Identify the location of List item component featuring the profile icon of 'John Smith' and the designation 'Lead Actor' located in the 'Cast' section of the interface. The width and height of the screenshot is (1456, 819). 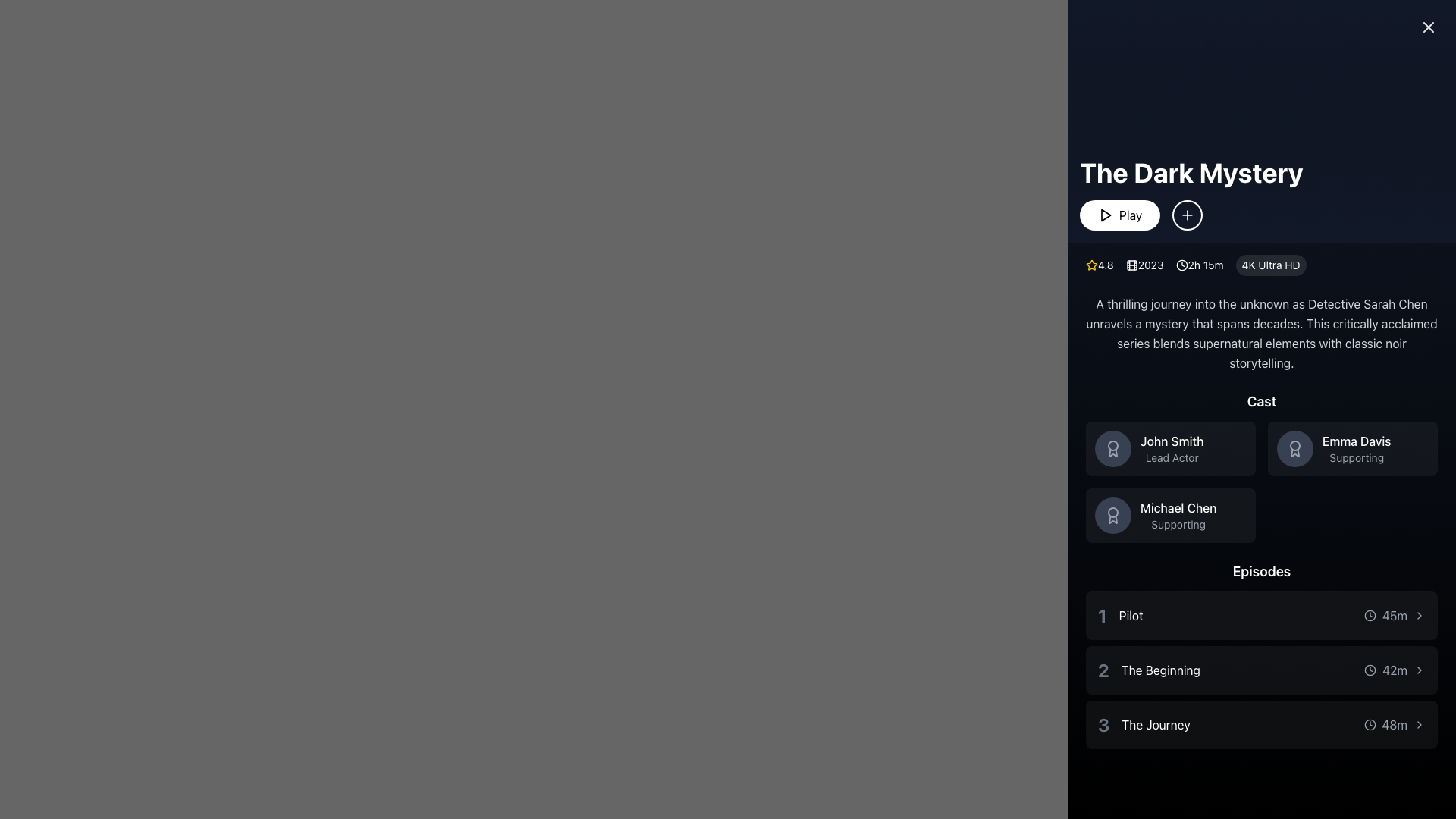
(1170, 447).